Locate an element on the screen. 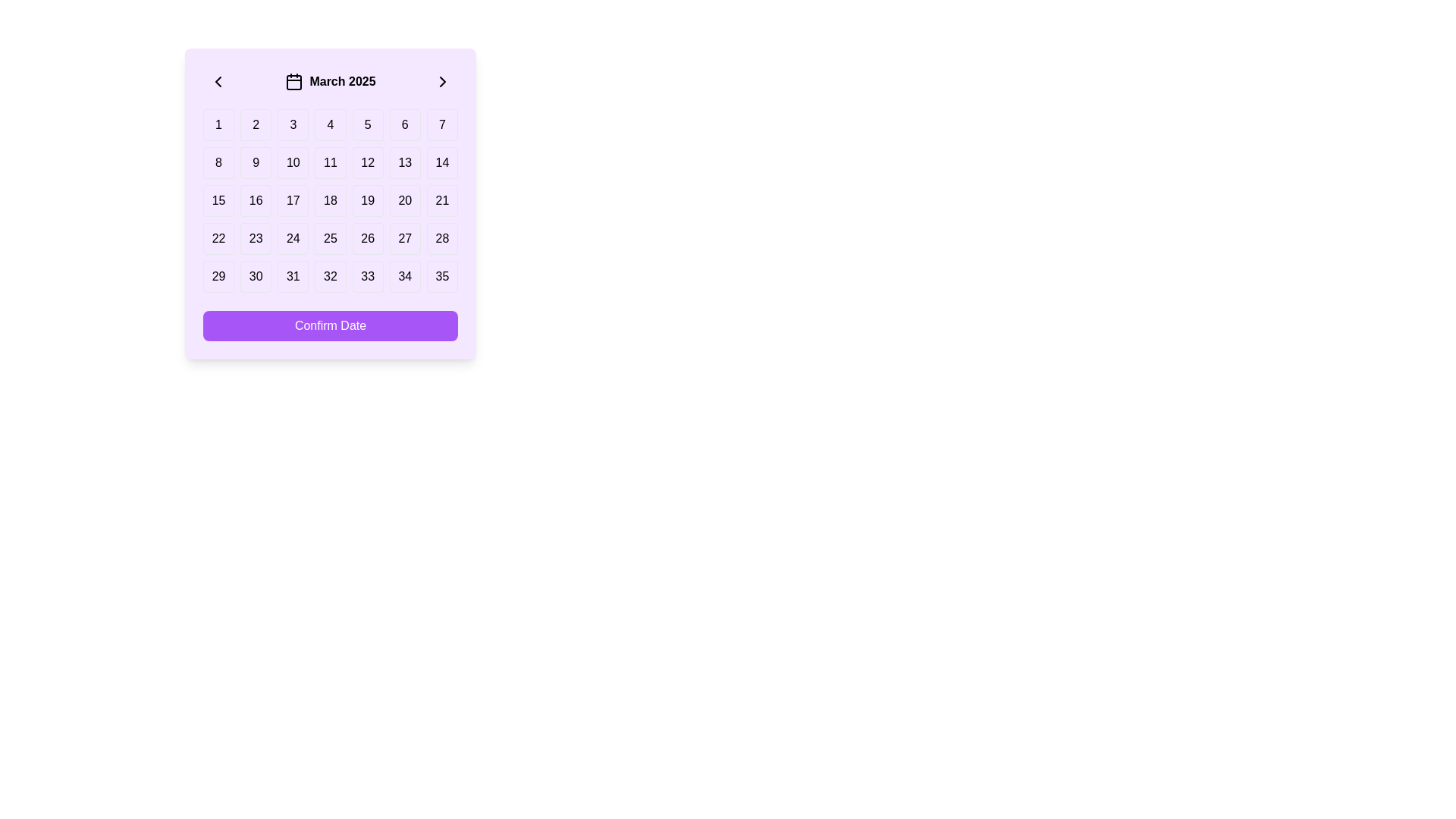 This screenshot has height=819, width=1456. the square button with rounded corners displaying '4' is located at coordinates (330, 124).